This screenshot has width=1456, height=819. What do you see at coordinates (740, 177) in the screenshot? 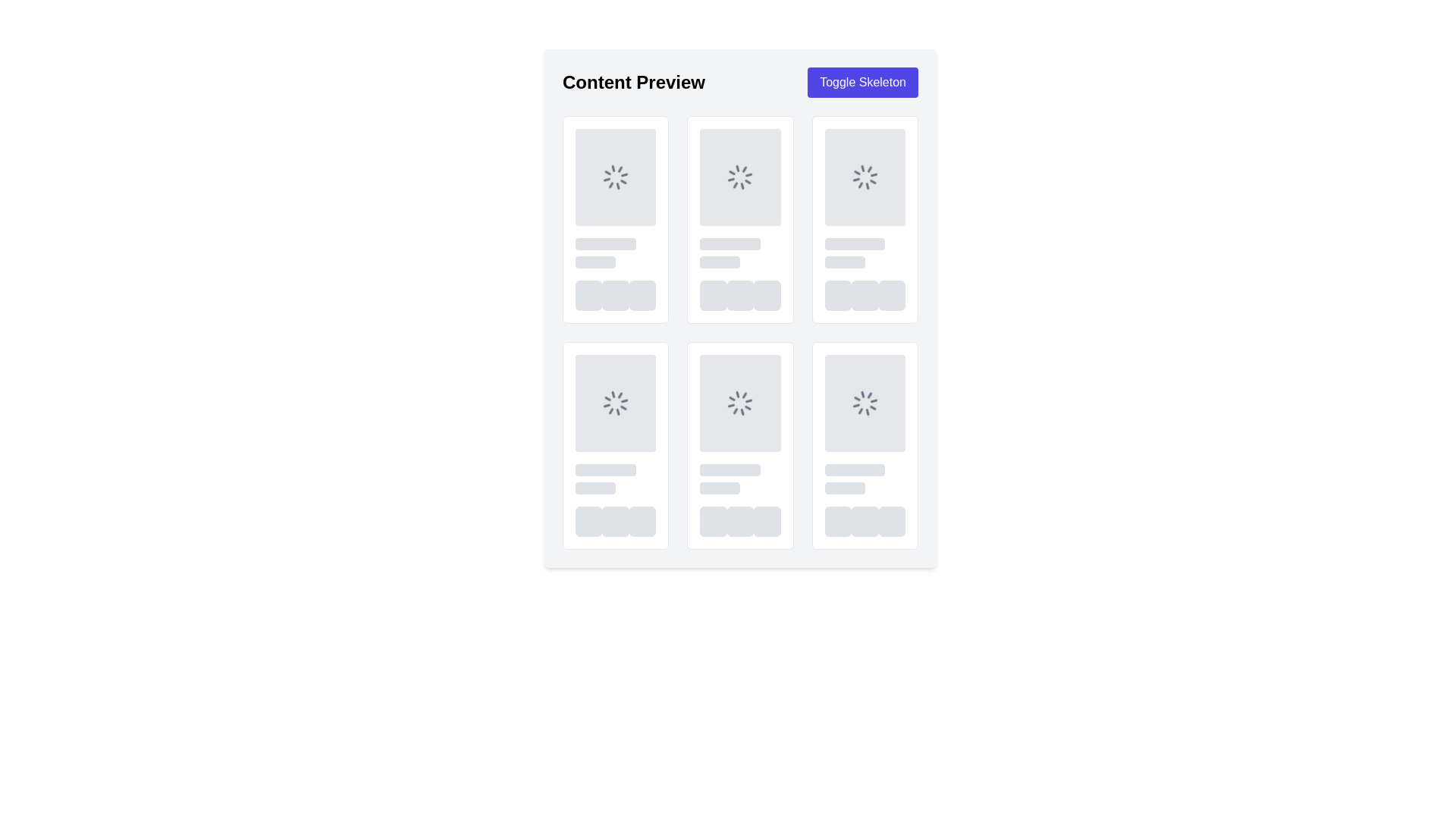
I see `the spinning loader icon, which is a circular gray icon used as a loading indicator, located at the center of the second card in the first row of a grid layout` at bounding box center [740, 177].